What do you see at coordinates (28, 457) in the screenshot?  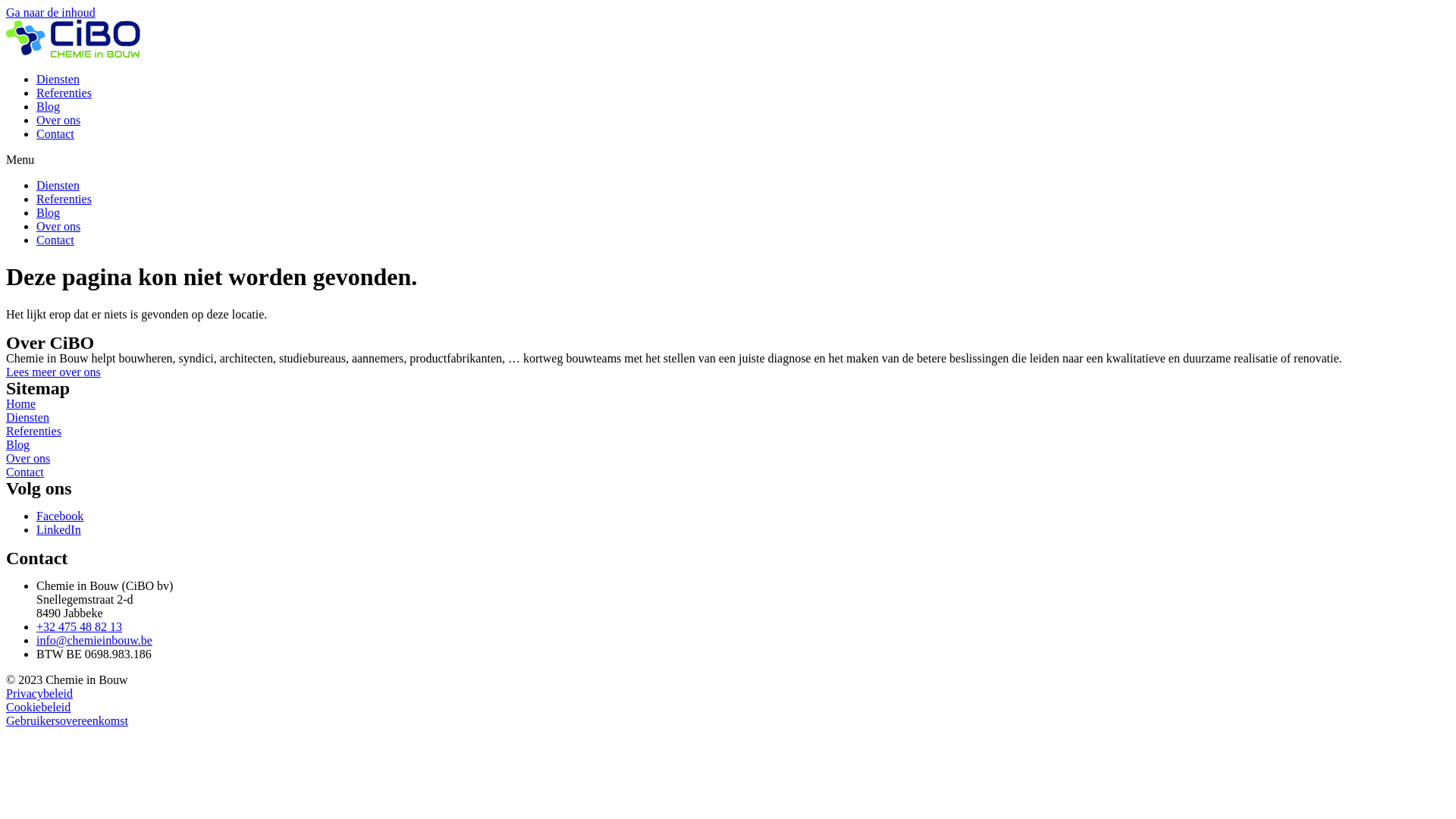 I see `'Over ons'` at bounding box center [28, 457].